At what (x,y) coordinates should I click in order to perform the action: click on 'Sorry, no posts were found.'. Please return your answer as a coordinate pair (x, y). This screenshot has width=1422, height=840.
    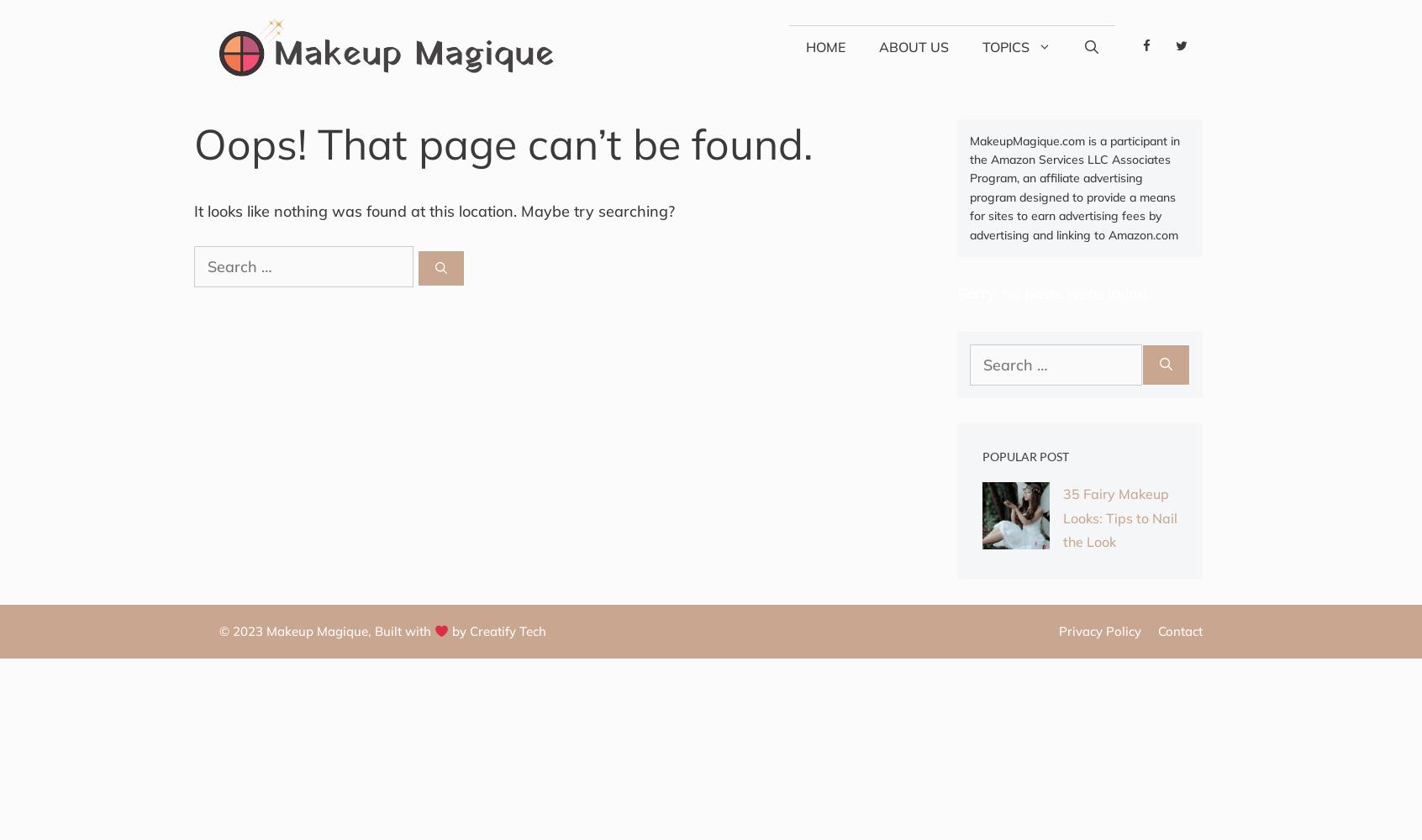
    Looking at the image, I should click on (1052, 292).